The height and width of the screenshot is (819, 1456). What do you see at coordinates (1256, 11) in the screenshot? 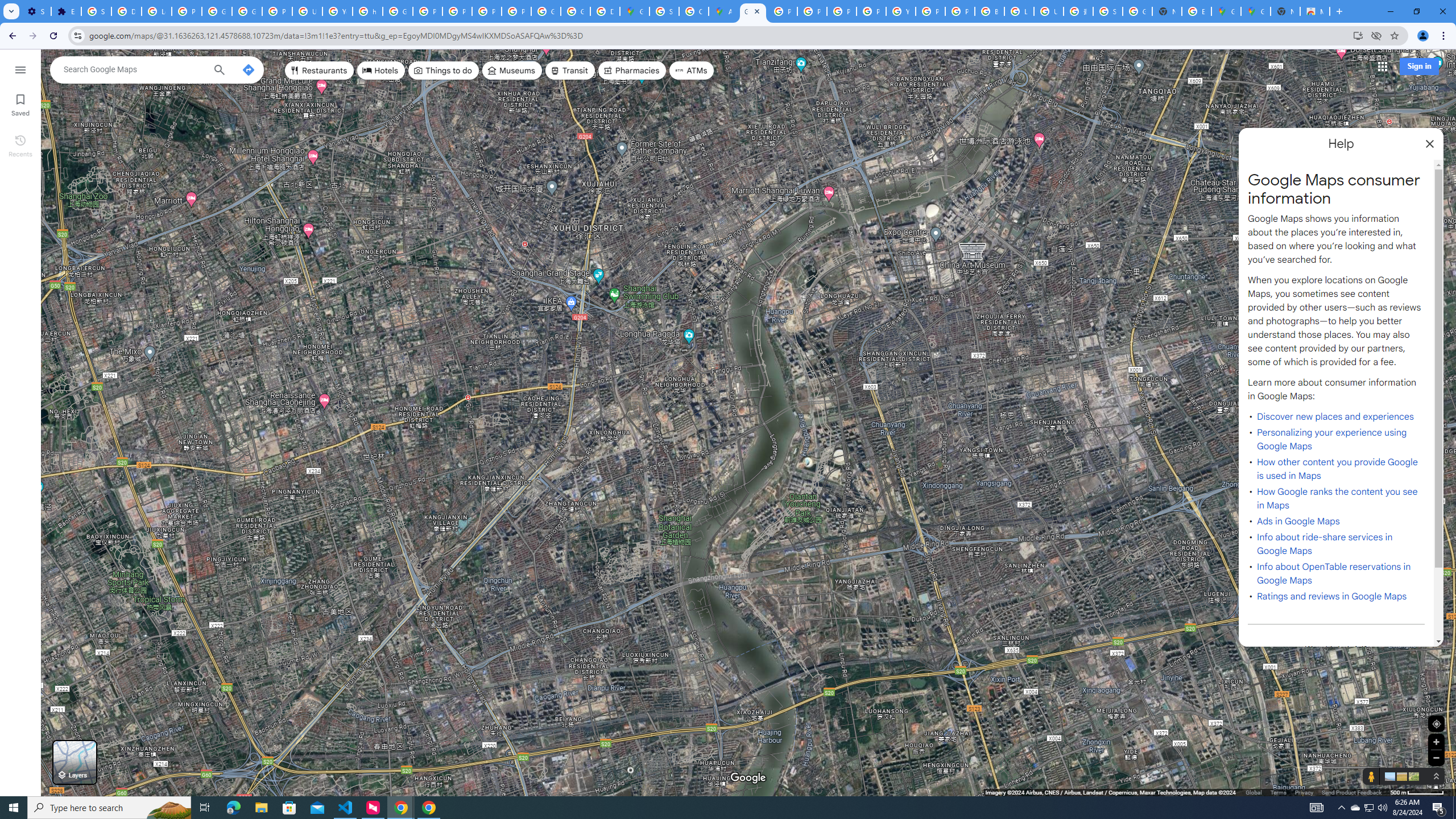
I see `'Google Maps'` at bounding box center [1256, 11].